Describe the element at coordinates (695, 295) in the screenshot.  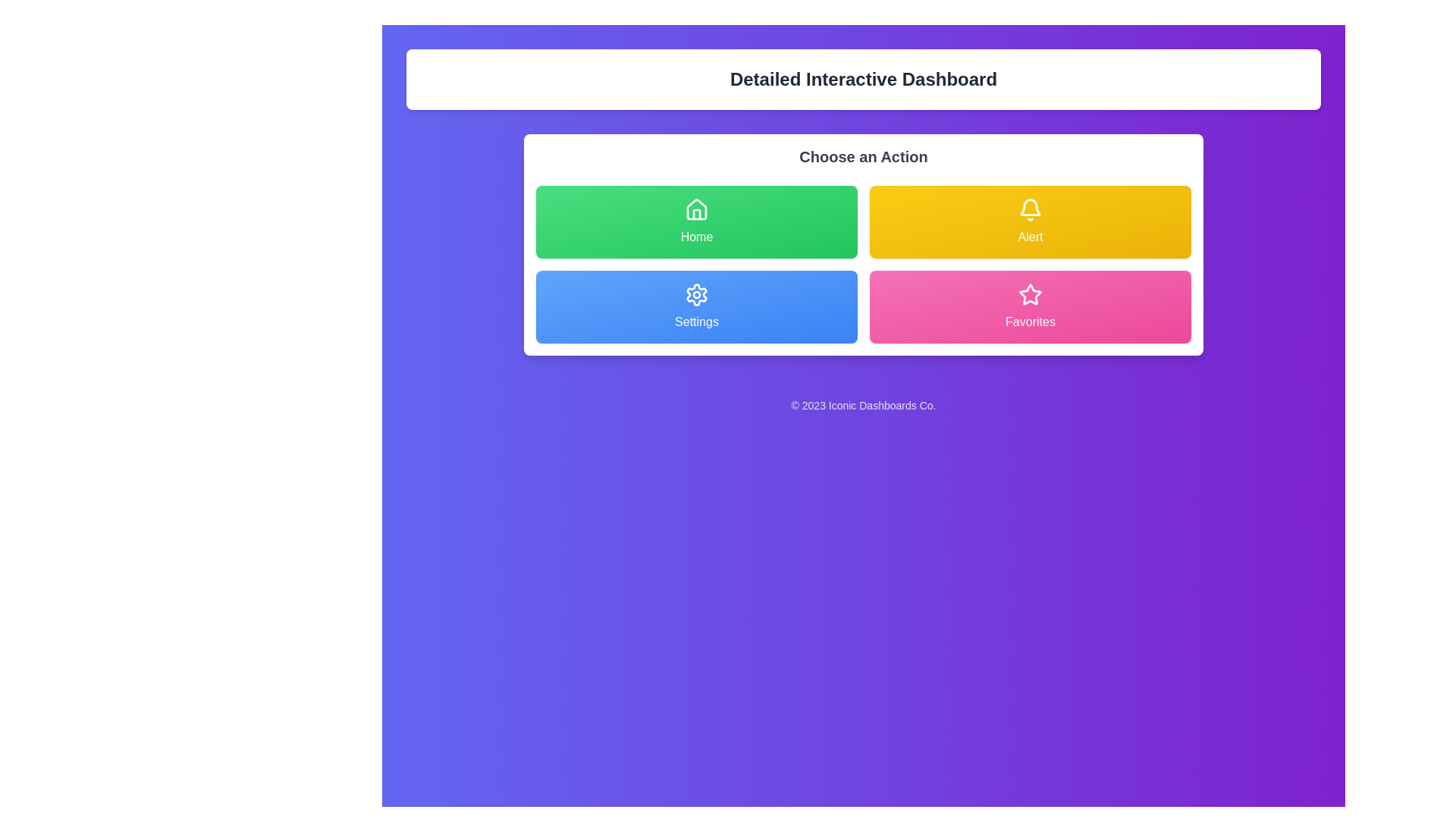
I see `the gear-shaped settings icon rendered in light blue color` at that location.